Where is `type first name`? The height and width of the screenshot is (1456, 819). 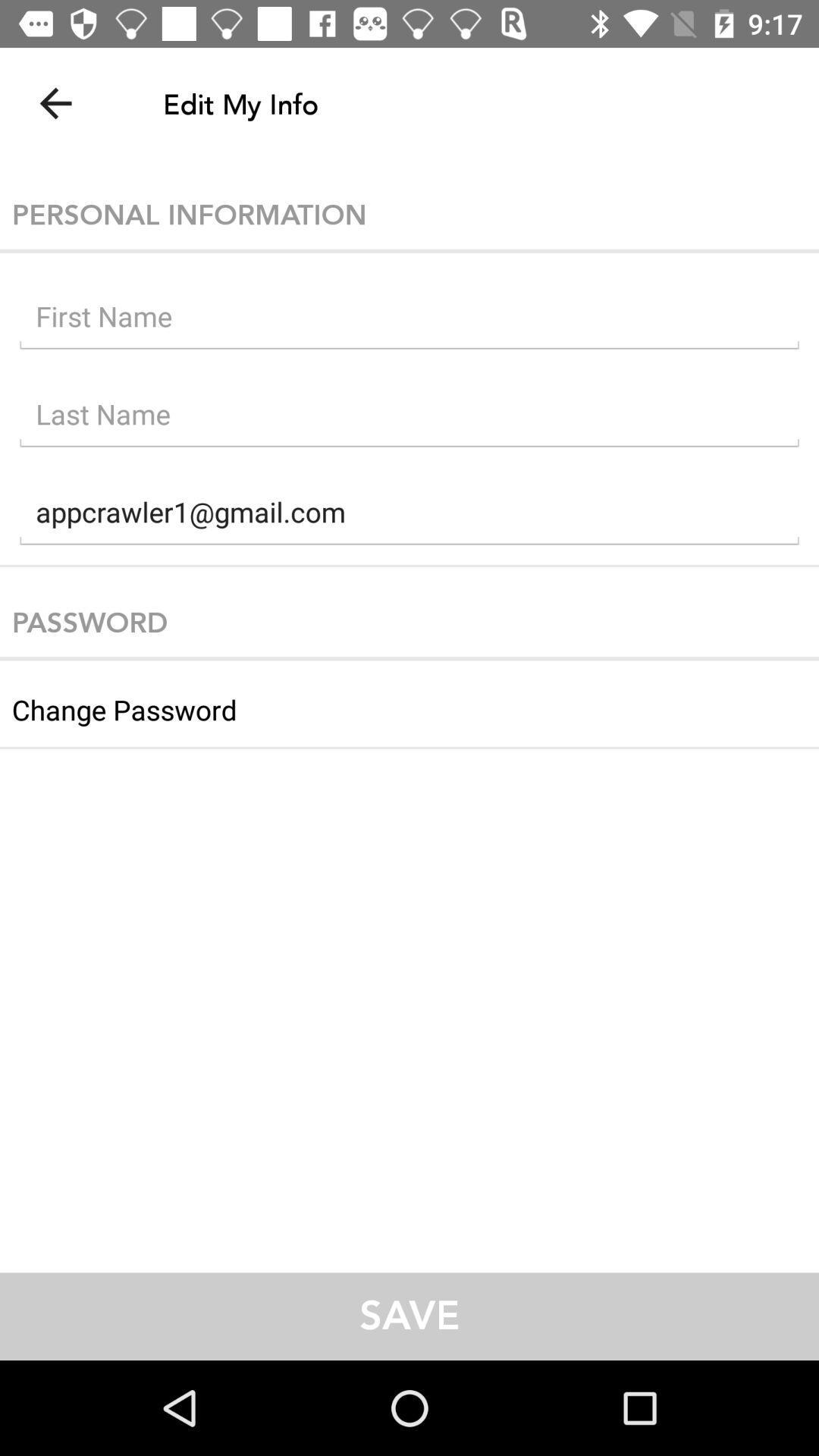
type first name is located at coordinates (409, 319).